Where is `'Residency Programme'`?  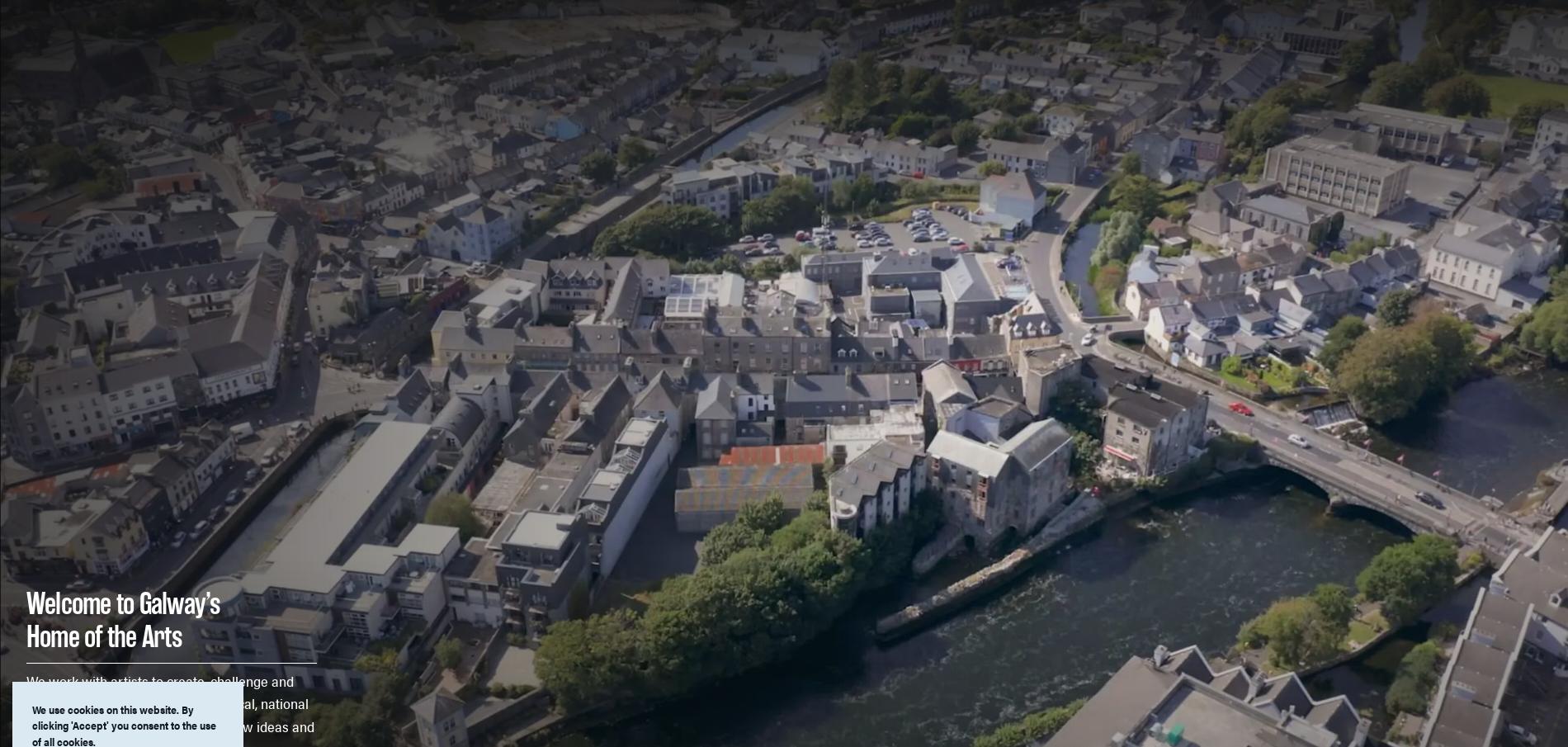
'Residency Programme' is located at coordinates (1178, 47).